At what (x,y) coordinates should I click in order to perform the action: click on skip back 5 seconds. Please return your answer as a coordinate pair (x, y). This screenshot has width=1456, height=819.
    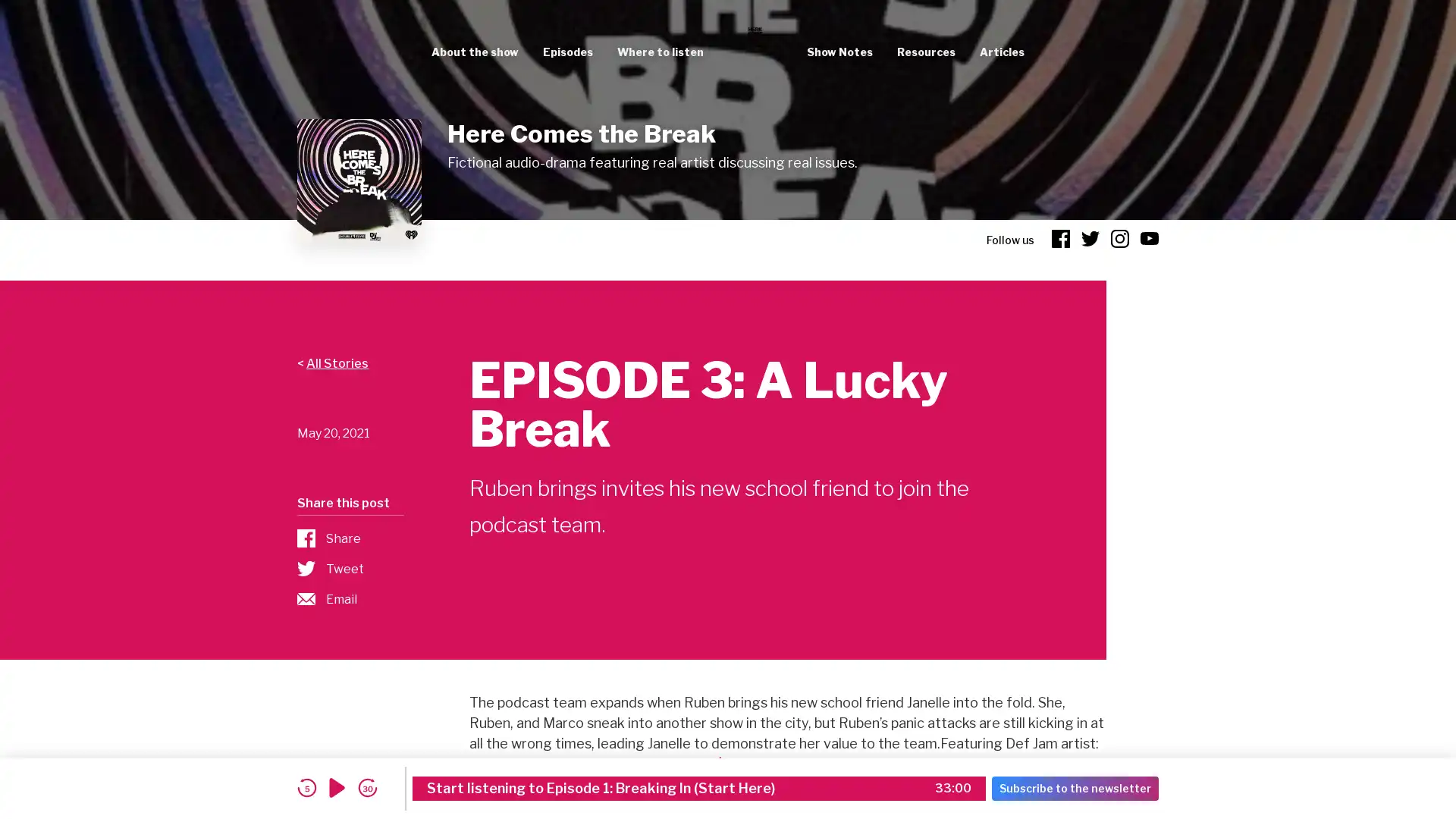
    Looking at the image, I should click on (306, 787).